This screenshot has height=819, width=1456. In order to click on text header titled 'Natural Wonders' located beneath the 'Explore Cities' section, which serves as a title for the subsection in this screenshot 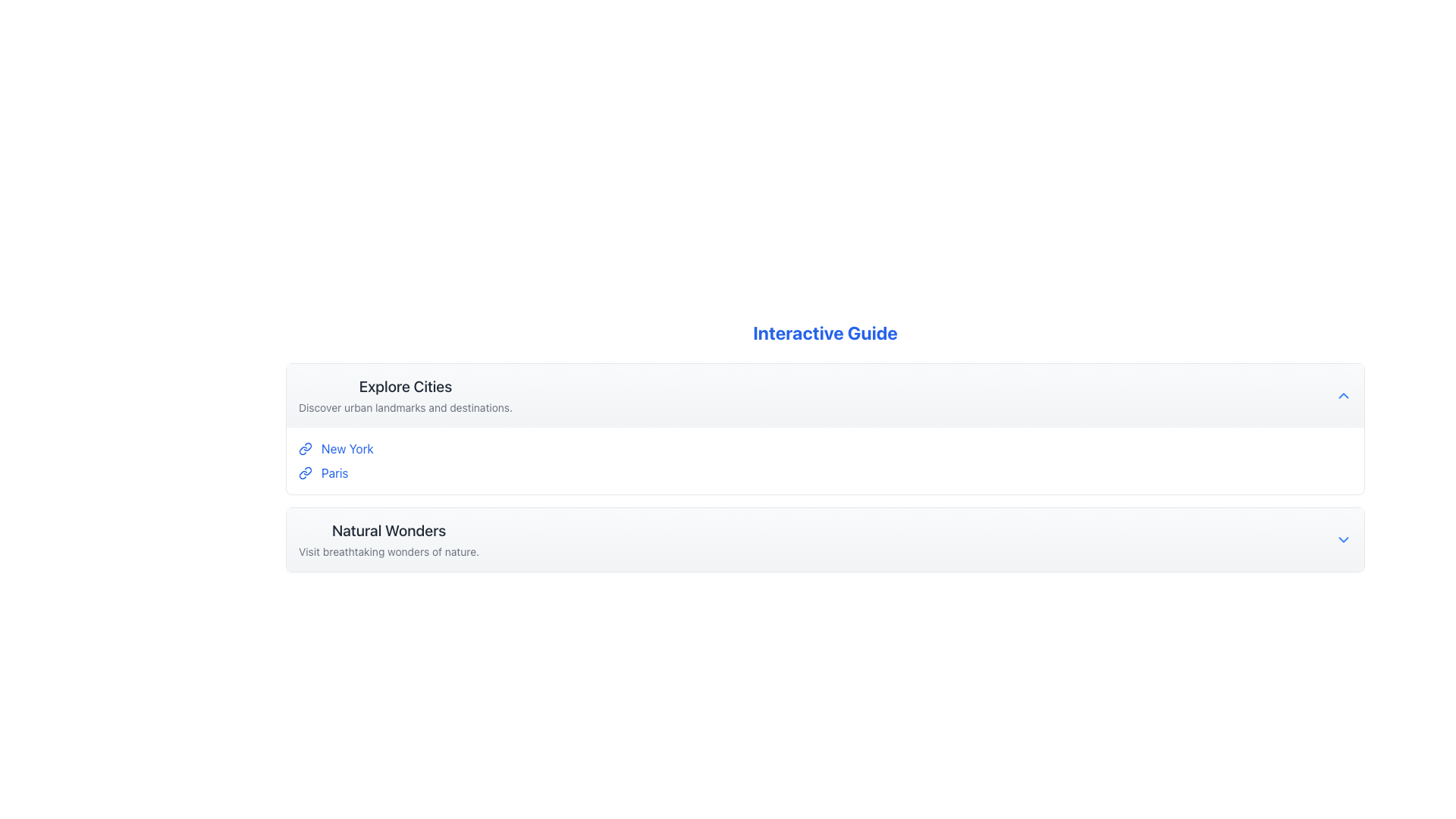, I will do `click(389, 529)`.